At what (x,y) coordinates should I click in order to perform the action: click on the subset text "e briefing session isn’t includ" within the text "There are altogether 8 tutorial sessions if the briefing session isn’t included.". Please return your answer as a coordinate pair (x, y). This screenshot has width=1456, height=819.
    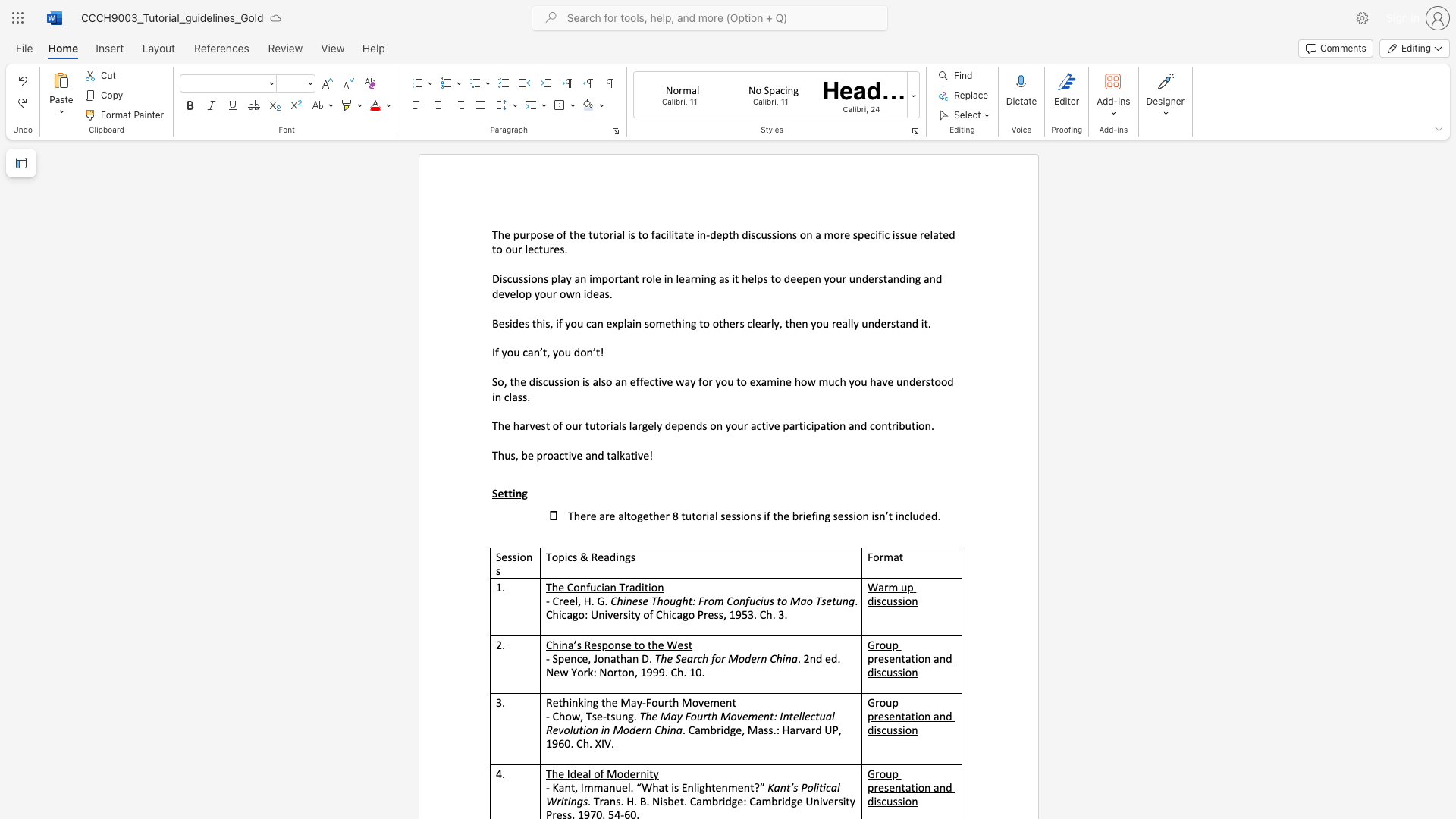
    Looking at the image, I should click on (783, 515).